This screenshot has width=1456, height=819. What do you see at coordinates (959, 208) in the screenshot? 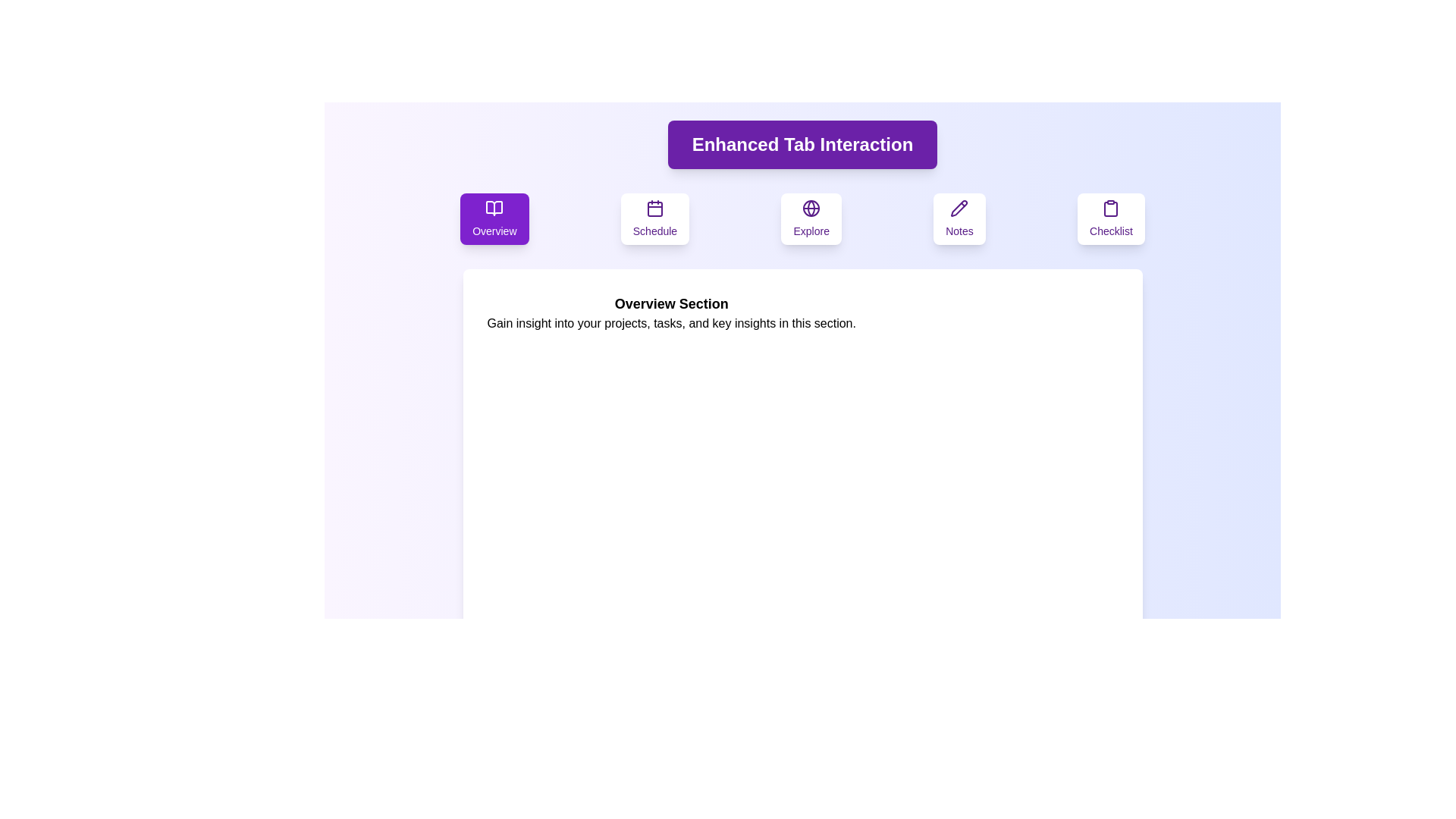
I see `the associated context for the editing functionality represented` at bounding box center [959, 208].